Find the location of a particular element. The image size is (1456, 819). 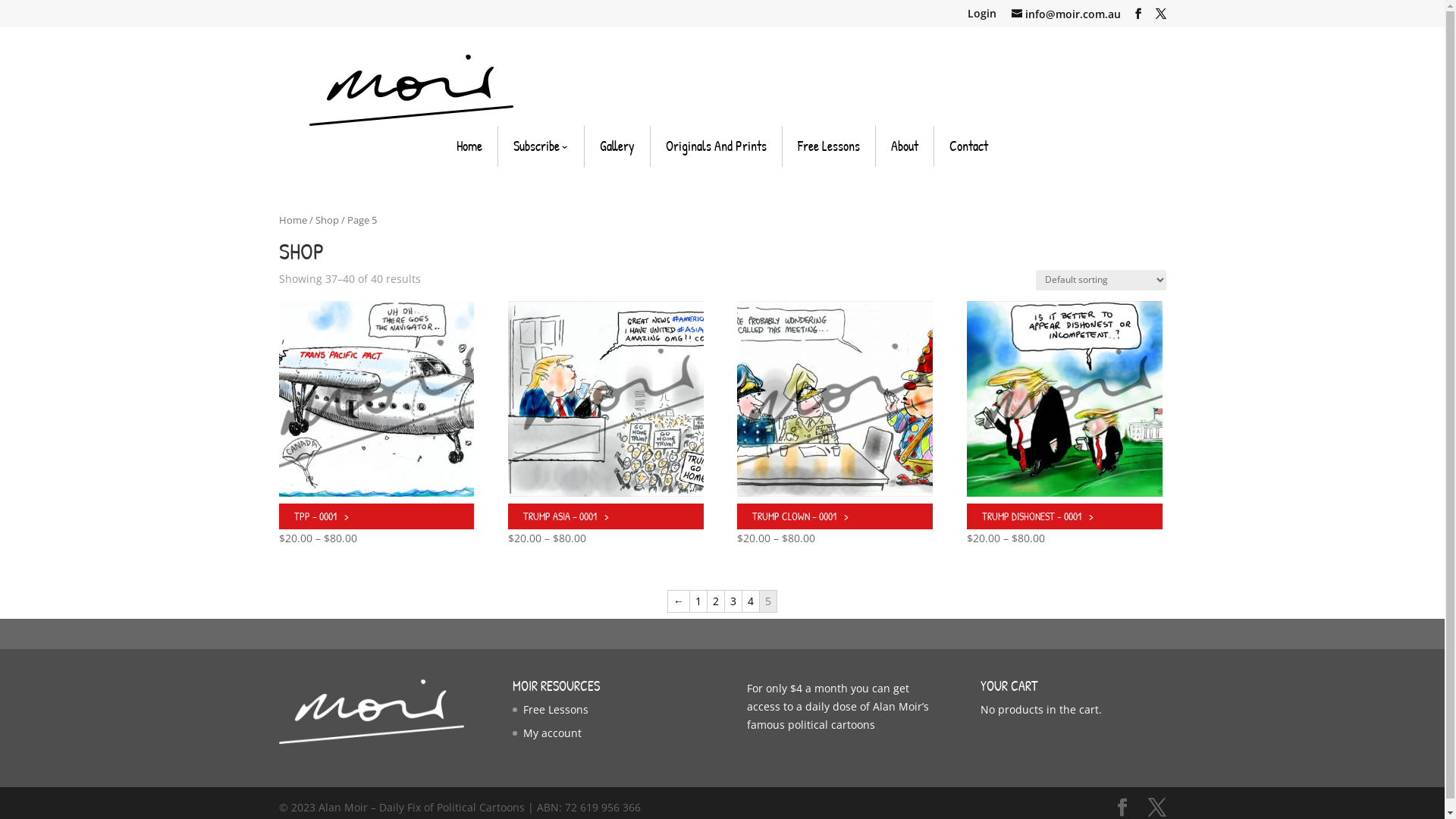

'info@moir.com.au' is located at coordinates (1065, 13).